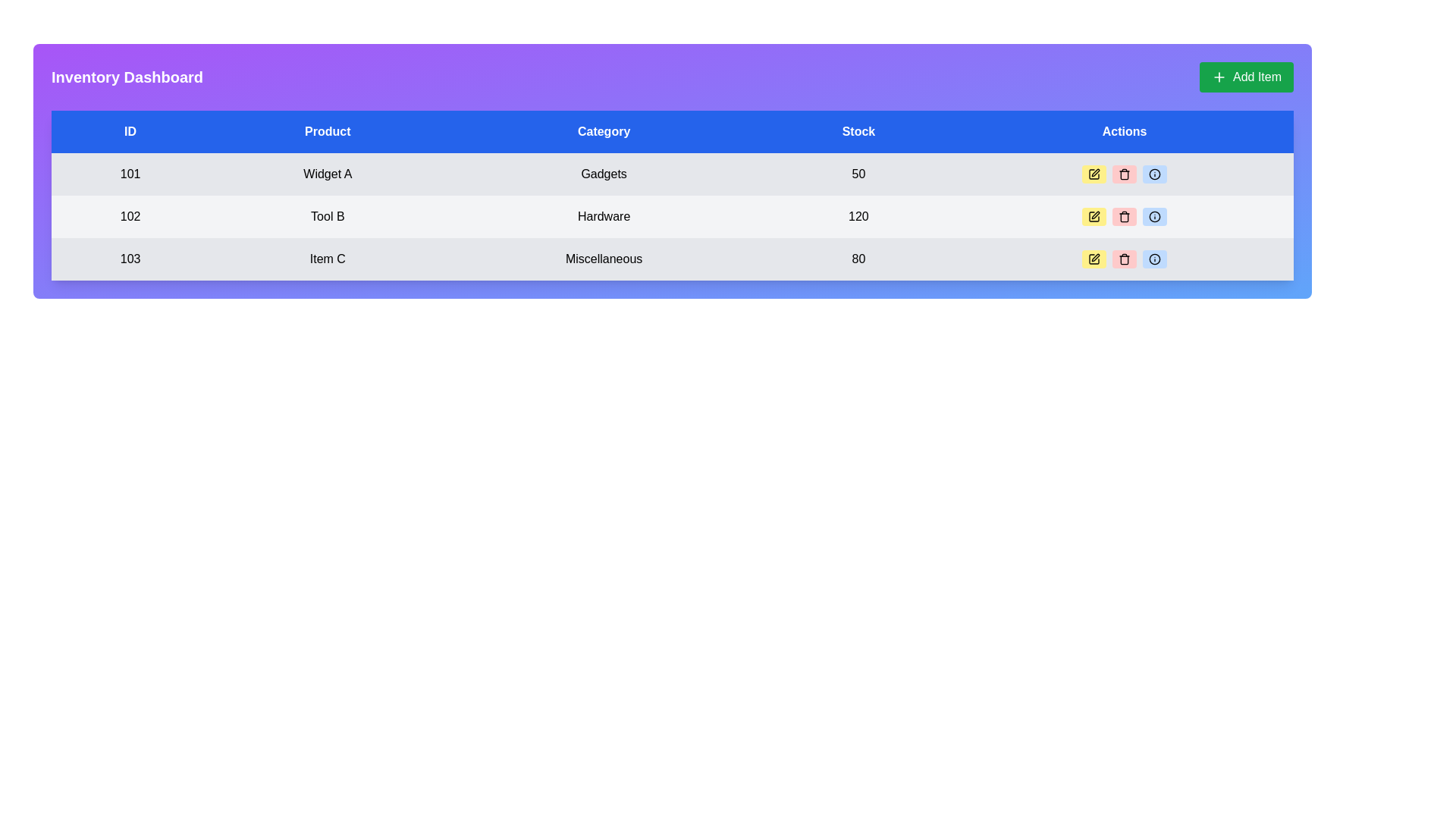 The width and height of the screenshot is (1456, 819). What do you see at coordinates (1153, 216) in the screenshot?
I see `the blue information icon in the 'Actions' column of the third row of the table` at bounding box center [1153, 216].